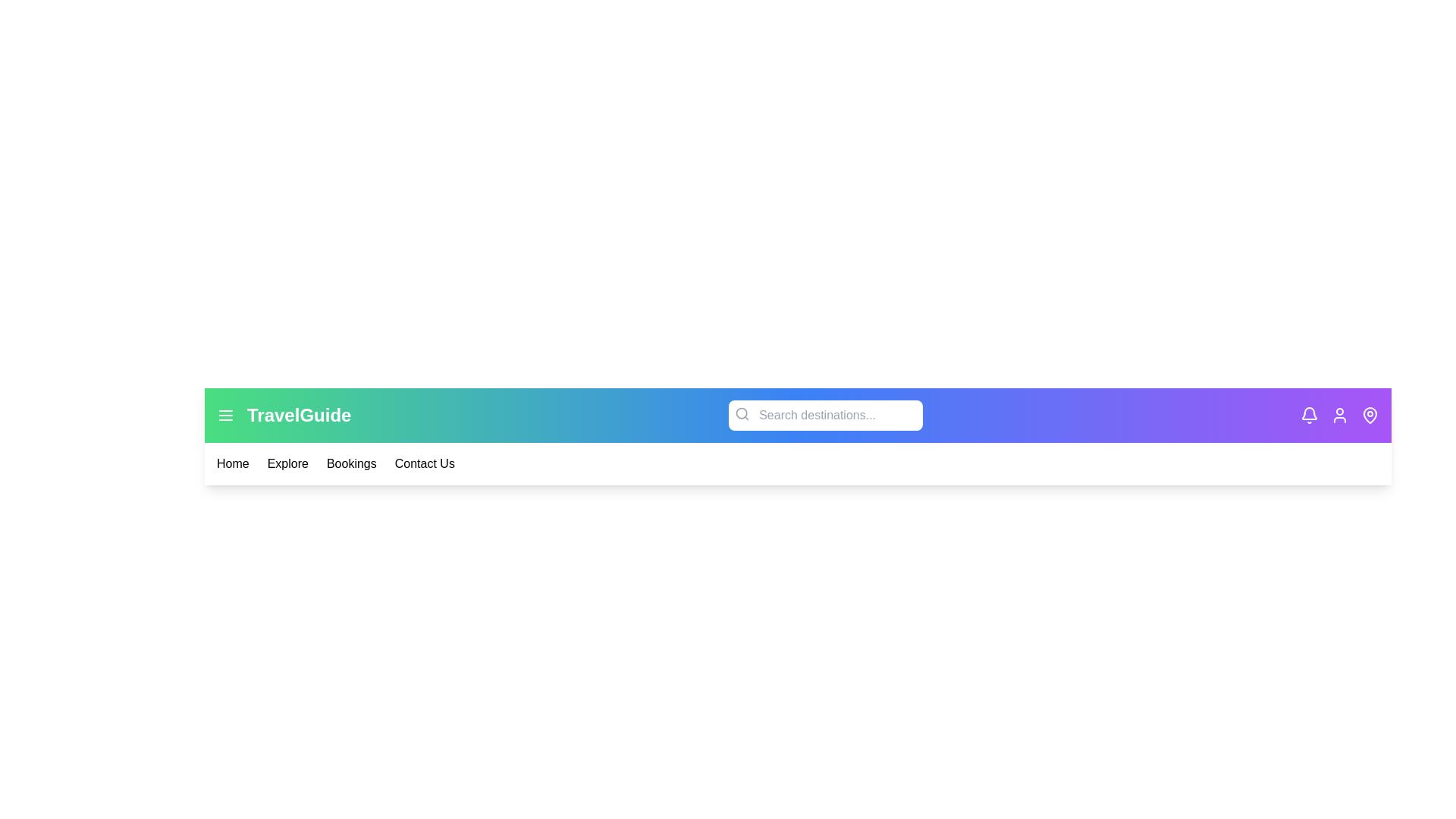 The width and height of the screenshot is (1456, 819). I want to click on the menu item Contact Us from the navigation bar, so click(425, 463).